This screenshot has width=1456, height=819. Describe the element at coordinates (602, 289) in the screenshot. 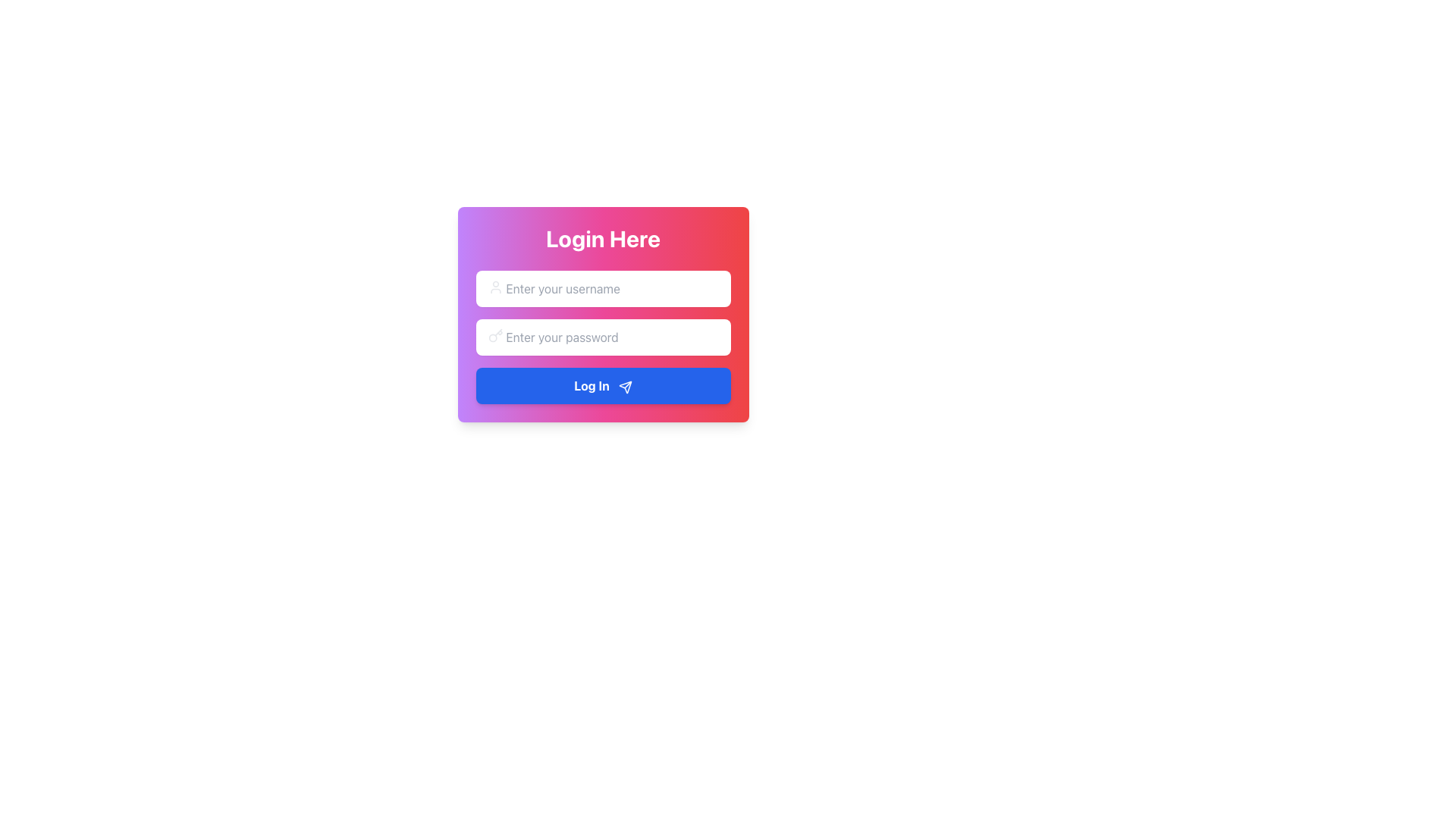

I see `the text input field for username entry, which is styled with a white background and rounded corners, and includes placeholder text 'Enter your username'` at that location.